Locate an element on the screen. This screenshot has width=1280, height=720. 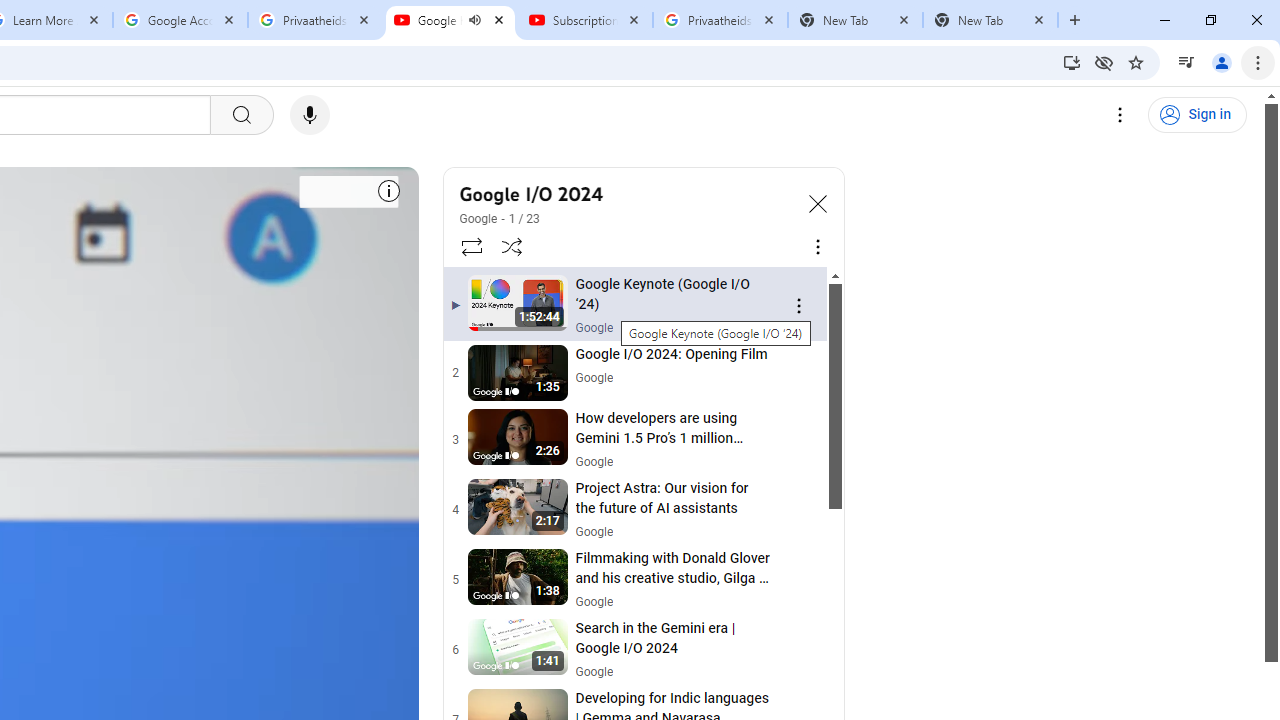
'Shuffle playlist' is located at coordinates (512, 245).